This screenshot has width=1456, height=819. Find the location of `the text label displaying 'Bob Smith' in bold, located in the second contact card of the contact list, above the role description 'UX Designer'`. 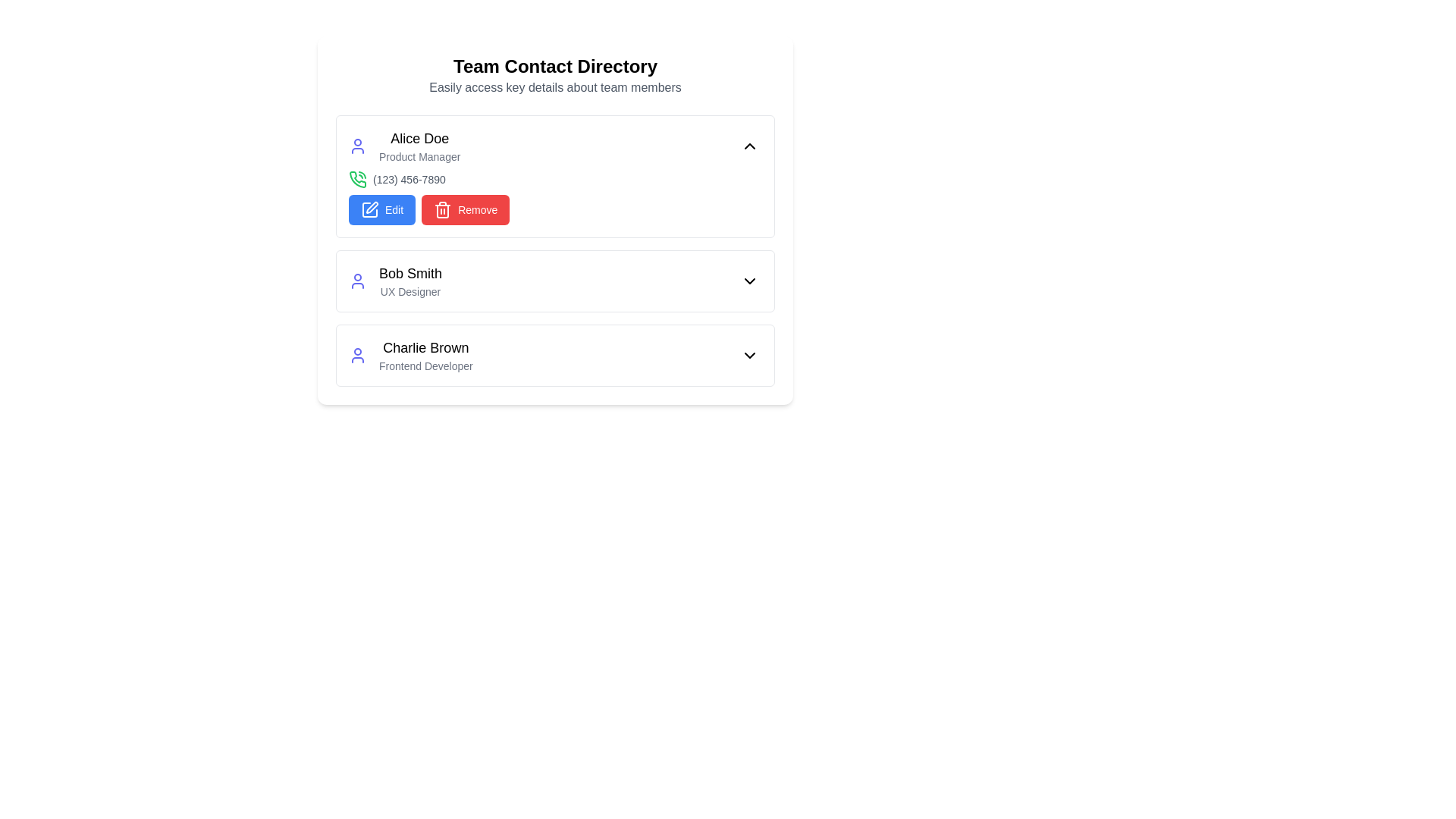

the text label displaying 'Bob Smith' in bold, located in the second contact card of the contact list, above the role description 'UX Designer' is located at coordinates (410, 274).